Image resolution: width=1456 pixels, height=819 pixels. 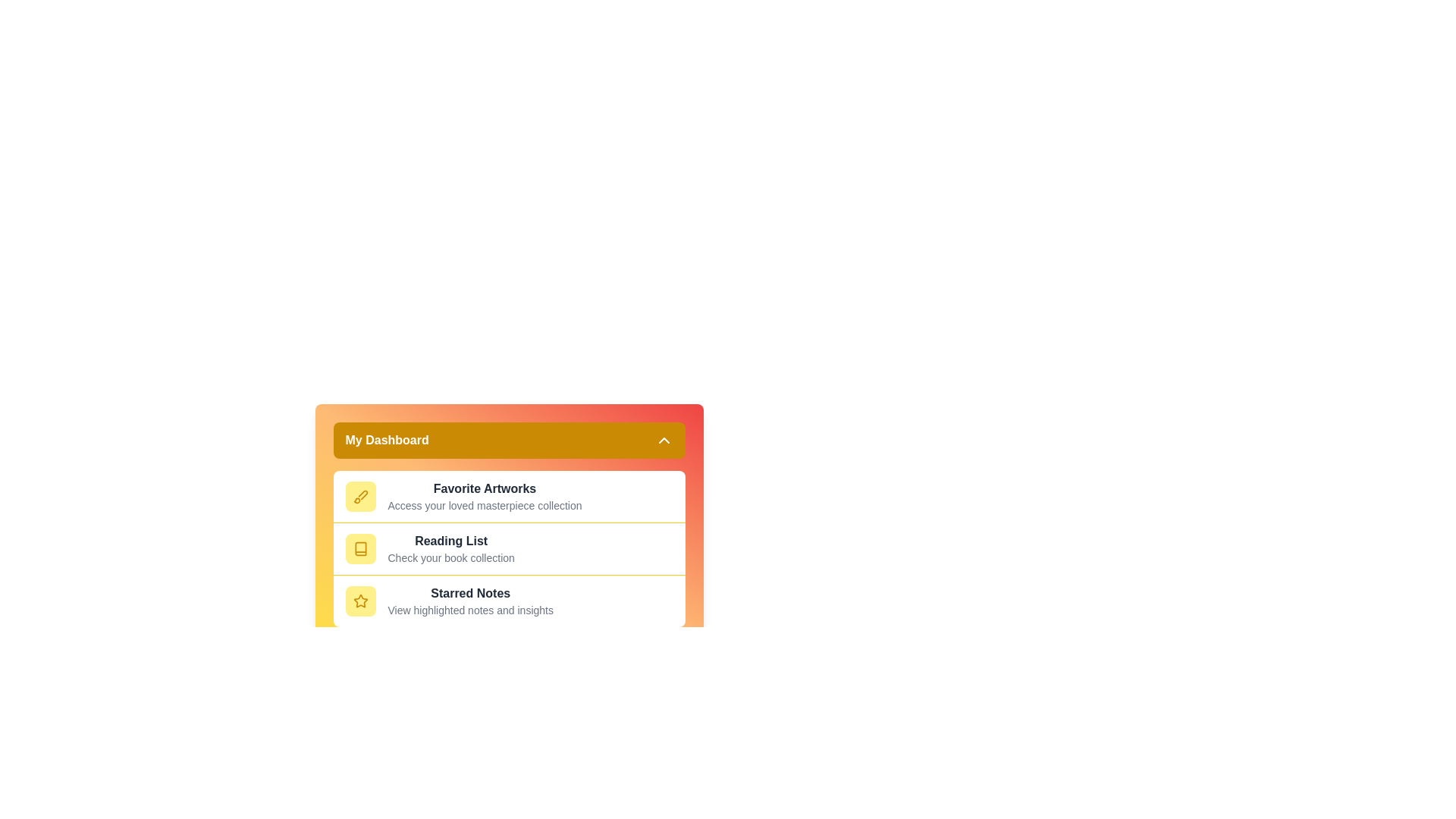 What do you see at coordinates (509, 497) in the screenshot?
I see `the 'Favorite Artworks' list item, which is the first entry below 'My Dashboard' and features a yellow painter's brush icon` at bounding box center [509, 497].